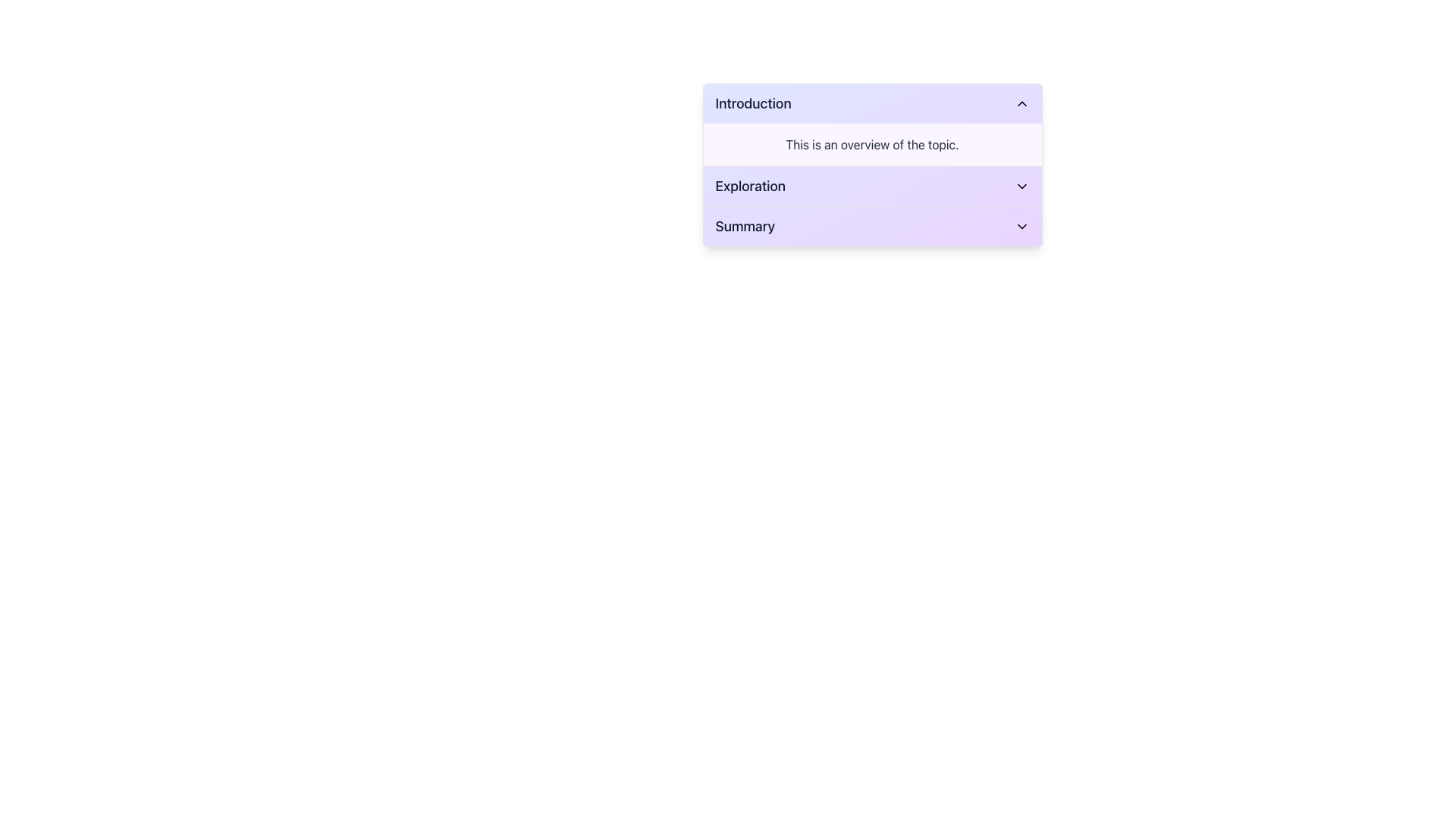 Image resolution: width=1456 pixels, height=819 pixels. I want to click on the small downward-pointing chevron icon, which is black and located within a purple background near the right edge of the 'Exploration' section, so click(1021, 186).